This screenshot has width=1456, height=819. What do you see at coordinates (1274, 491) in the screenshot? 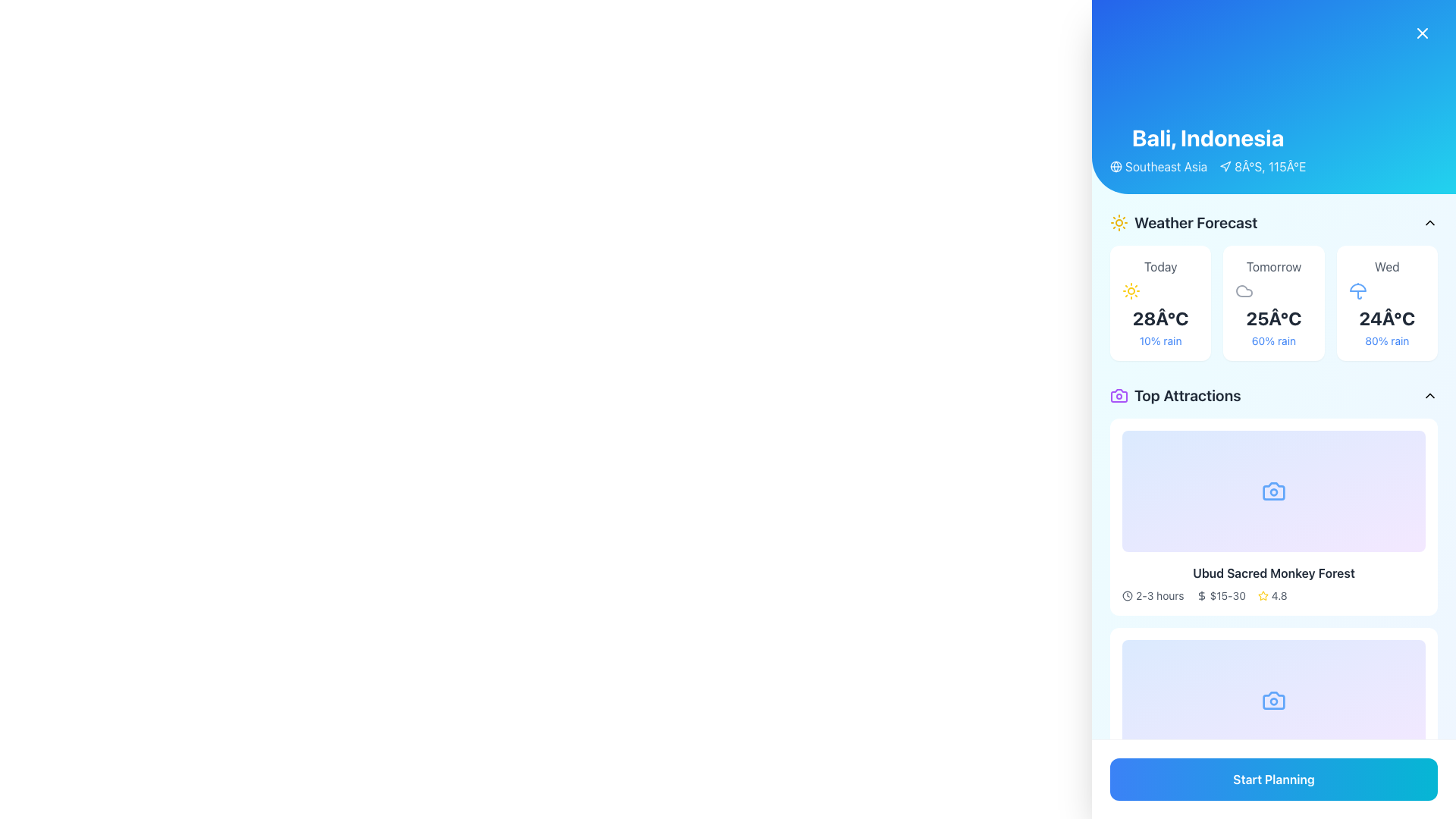
I see `the blue camera icon with a modern outline style, which is centered within a light purple gradient background in the 'Top Attractions' section` at bounding box center [1274, 491].